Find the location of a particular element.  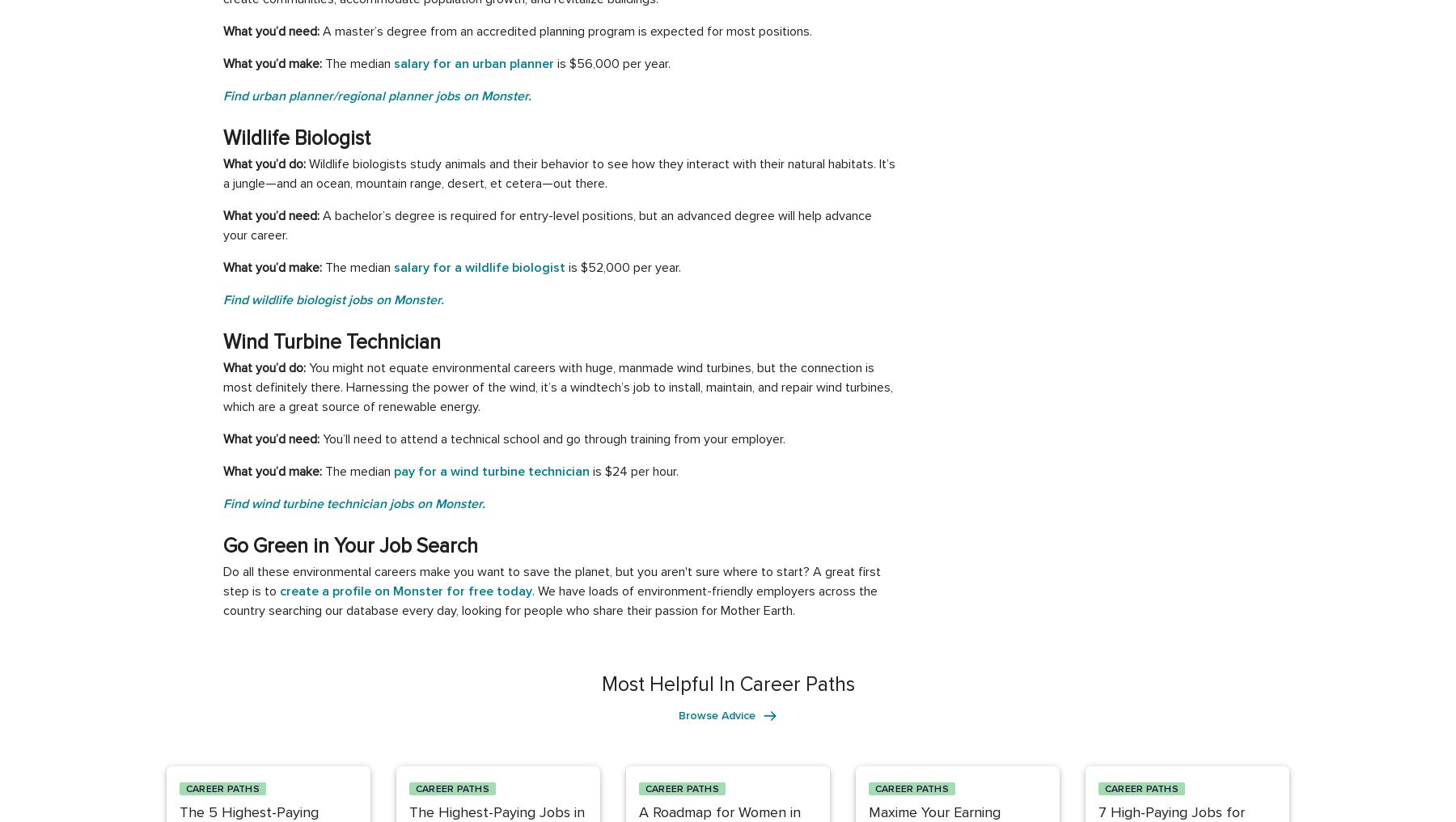

'salary for a wildlife biologist' is located at coordinates (393, 268).